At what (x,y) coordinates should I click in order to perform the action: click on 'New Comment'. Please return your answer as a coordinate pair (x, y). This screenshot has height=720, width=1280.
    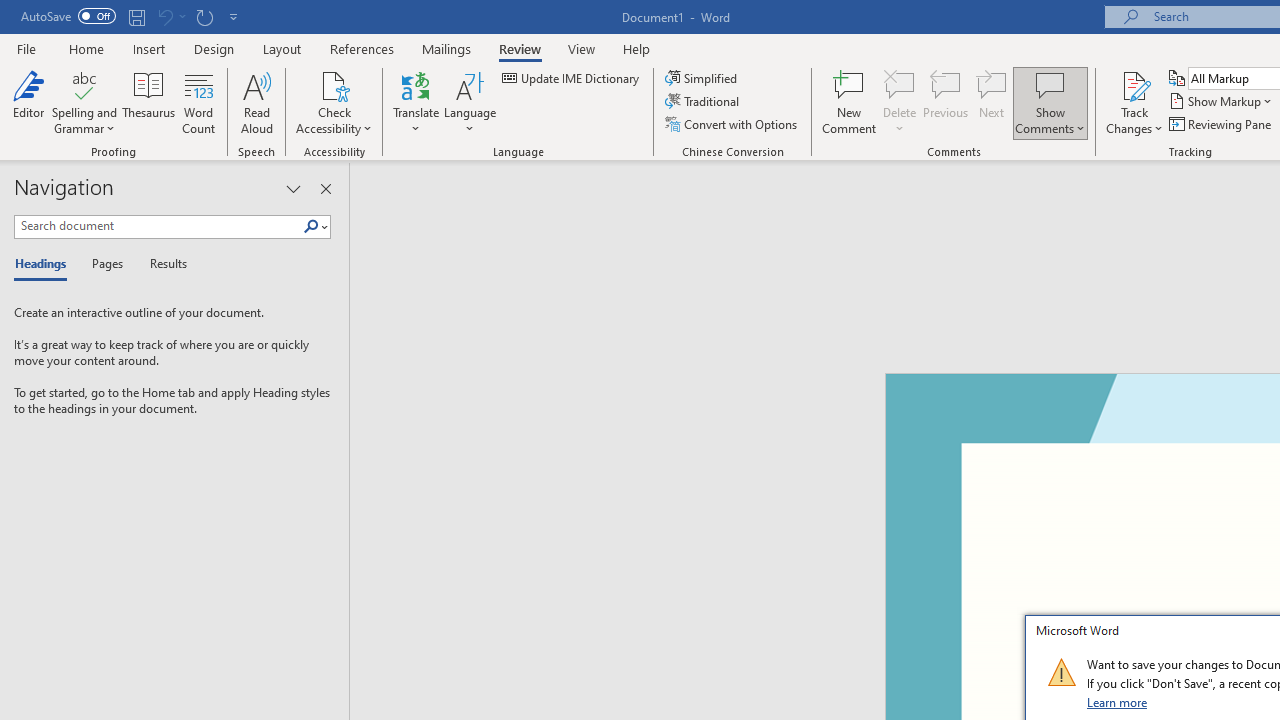
    Looking at the image, I should click on (849, 103).